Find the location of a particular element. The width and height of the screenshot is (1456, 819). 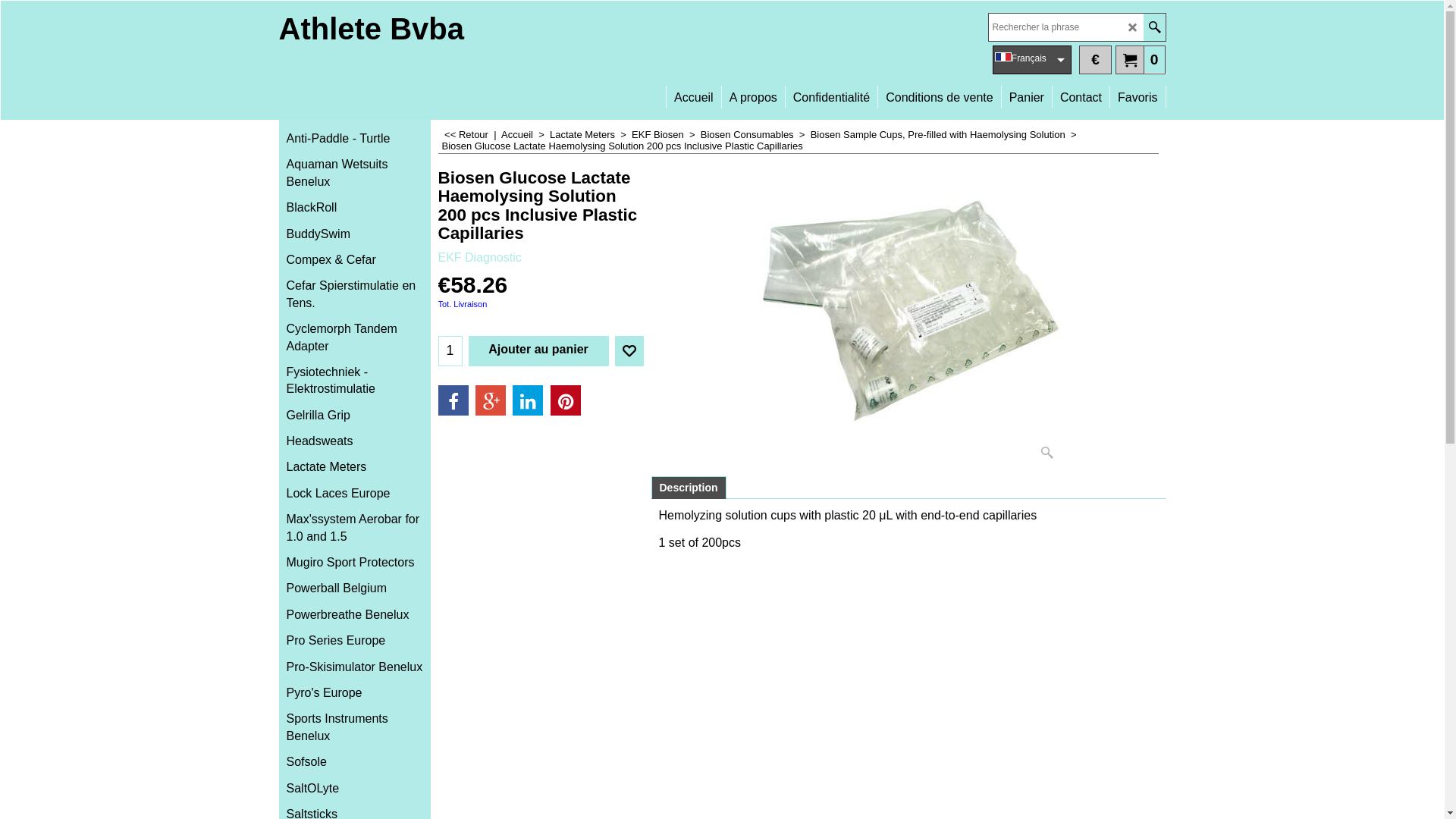

'Lock Laces Europe' is located at coordinates (354, 494).